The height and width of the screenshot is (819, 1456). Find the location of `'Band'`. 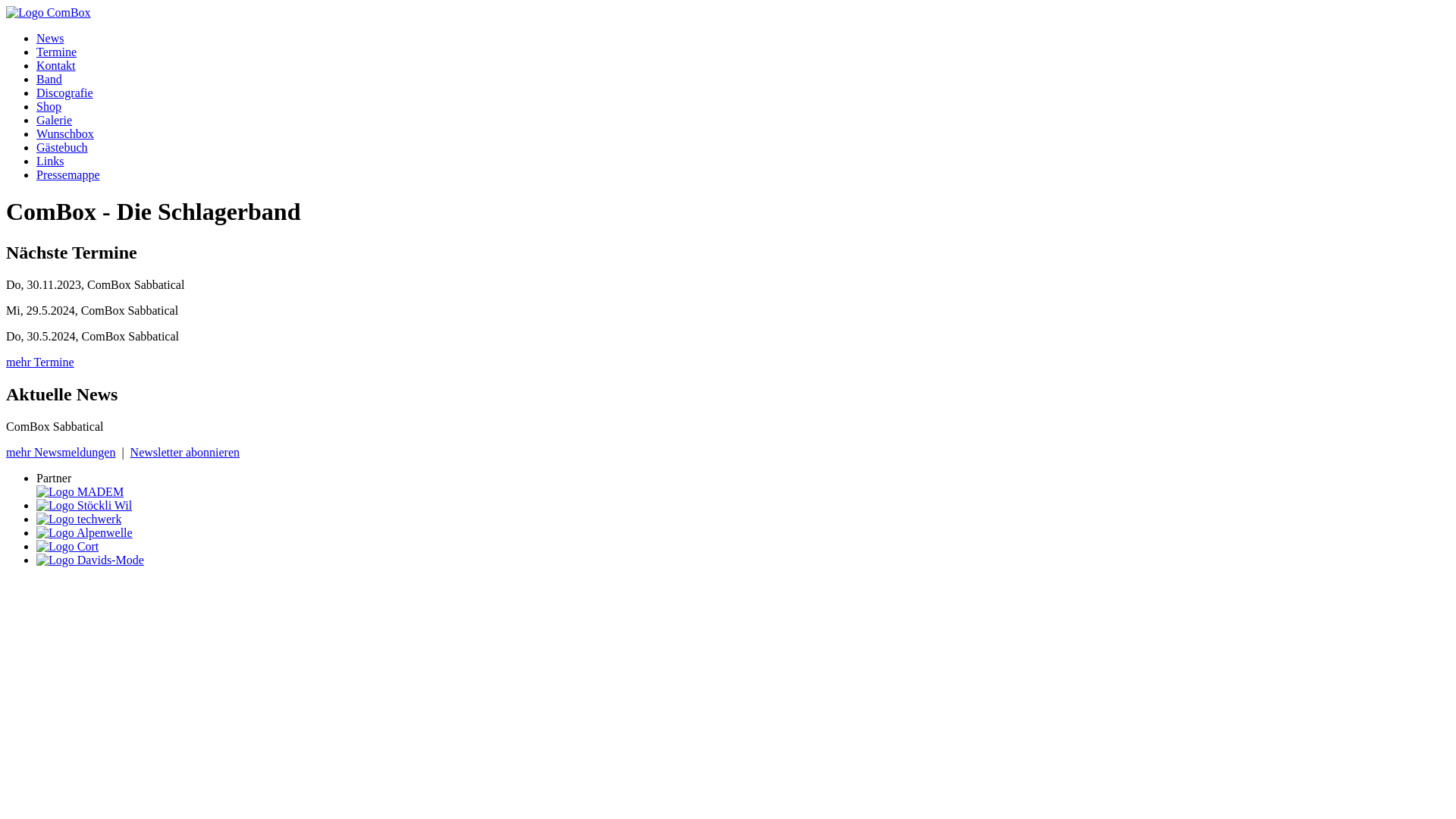

'Band' is located at coordinates (49, 79).